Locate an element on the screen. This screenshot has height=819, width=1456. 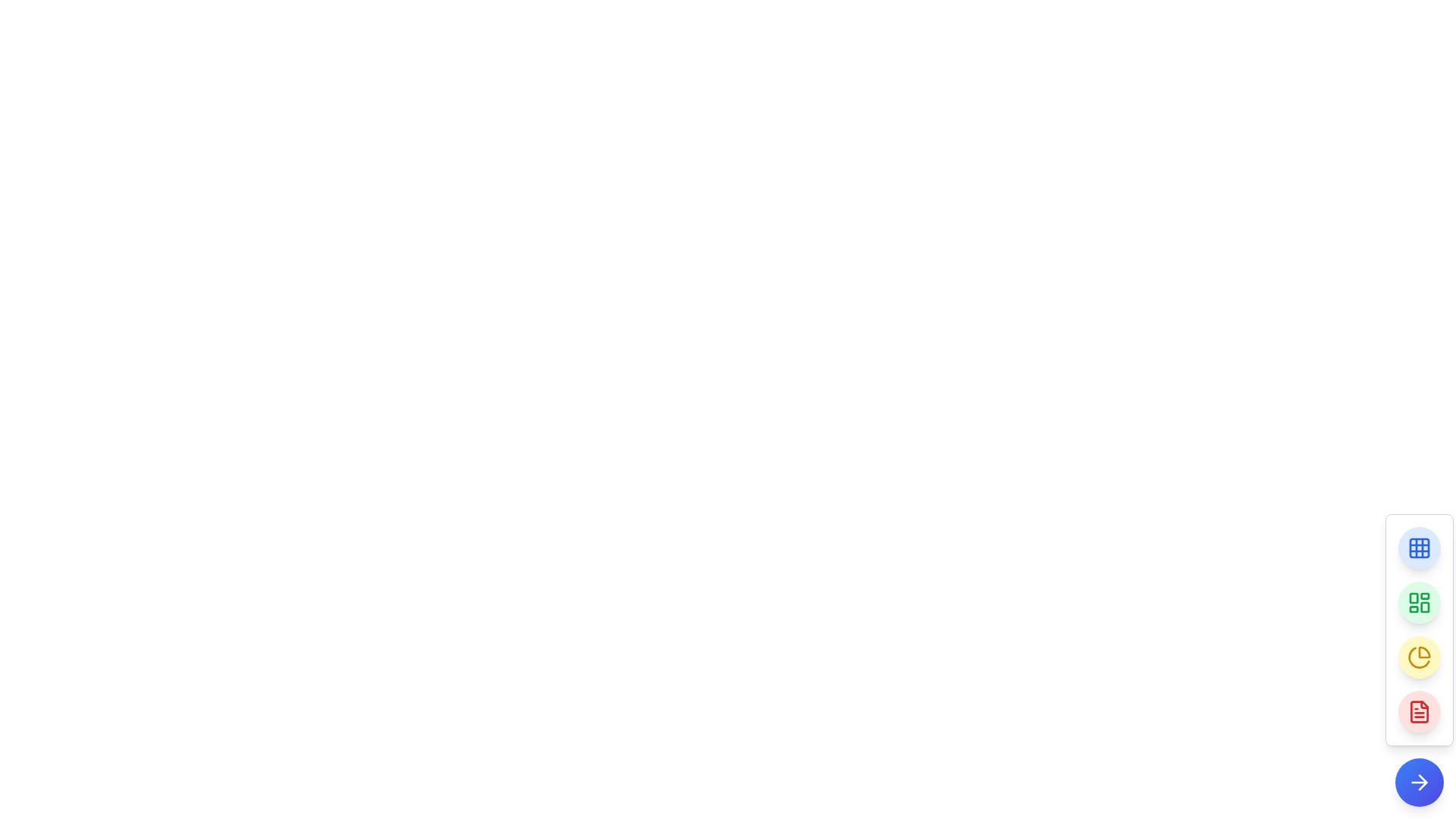
the circular yellow button with a pie chart icon in the center is located at coordinates (1419, 657).